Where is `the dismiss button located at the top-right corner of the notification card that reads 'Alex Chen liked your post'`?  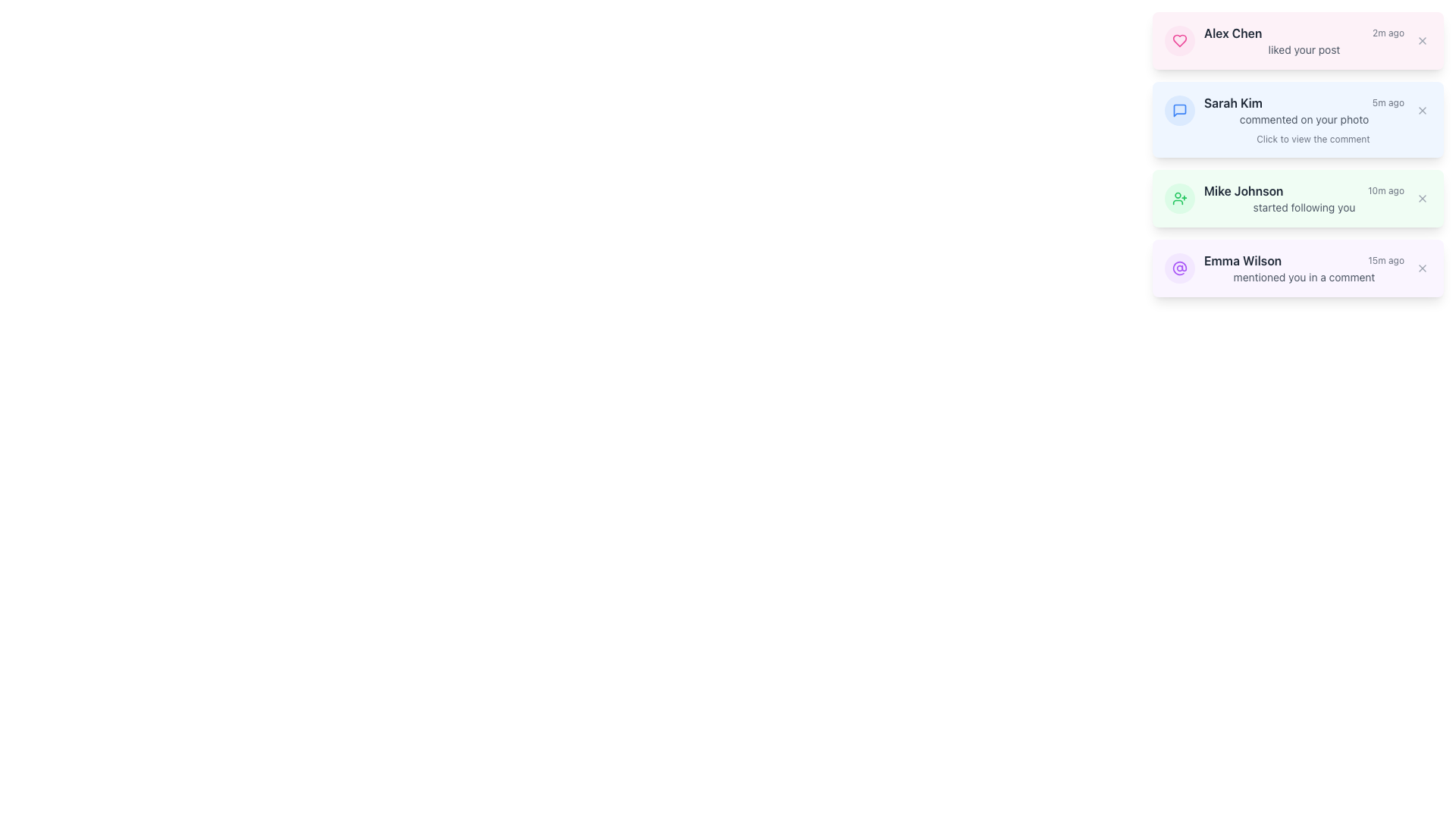 the dismiss button located at the top-right corner of the notification card that reads 'Alex Chen liked your post' is located at coordinates (1422, 40).